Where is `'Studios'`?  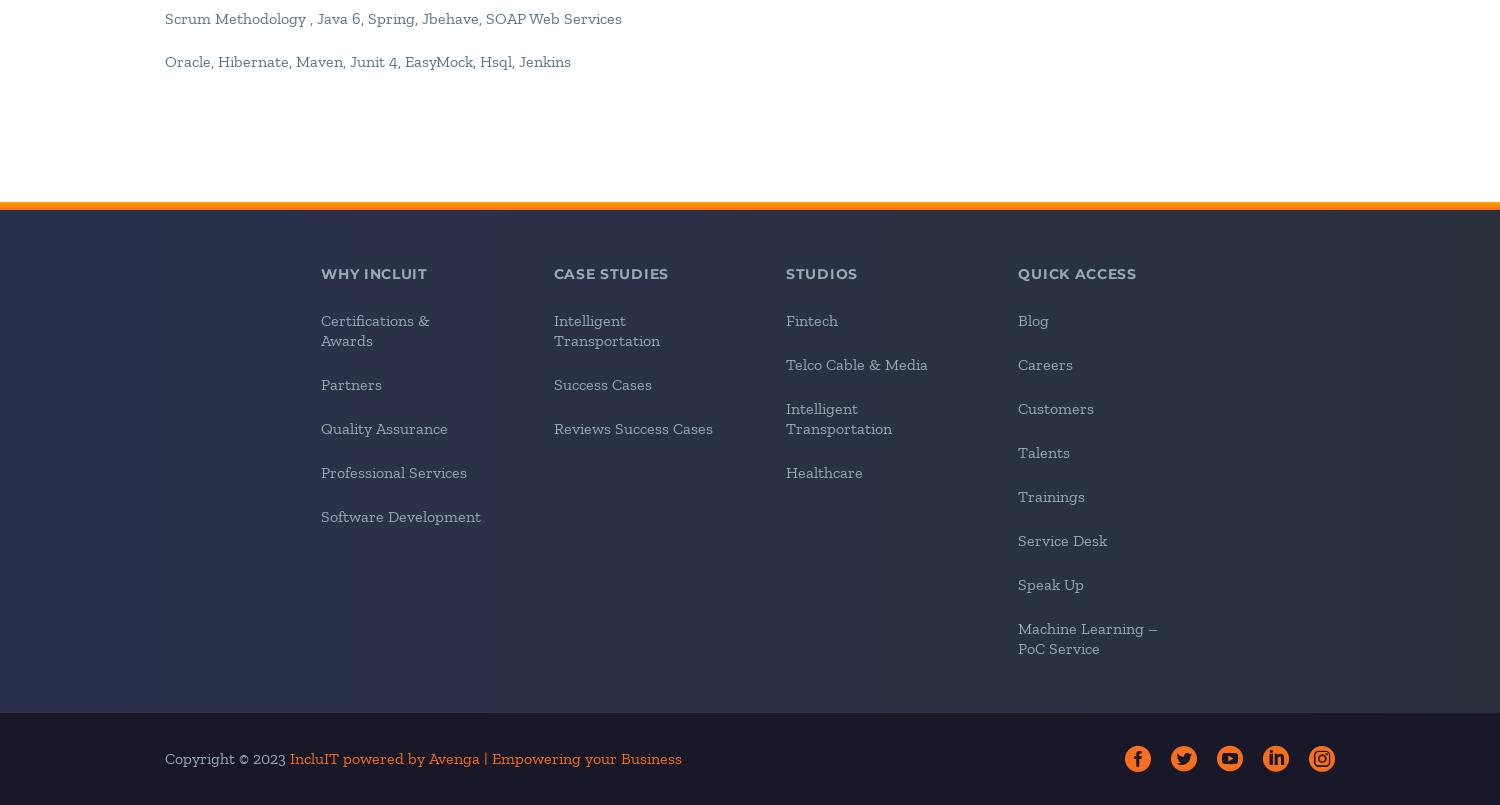
'Studios' is located at coordinates (820, 272).